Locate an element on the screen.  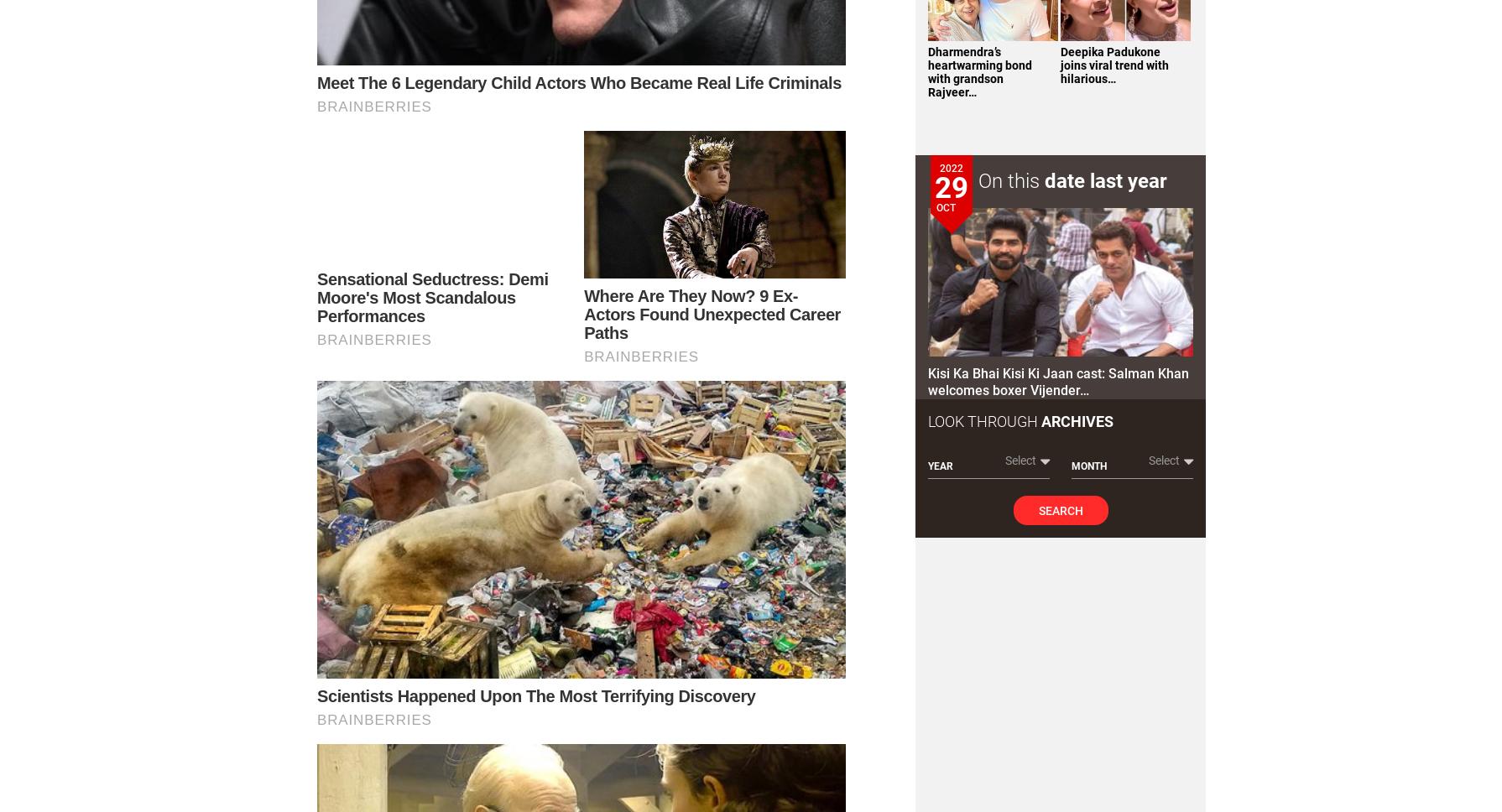
'Look Through' is located at coordinates (984, 420).